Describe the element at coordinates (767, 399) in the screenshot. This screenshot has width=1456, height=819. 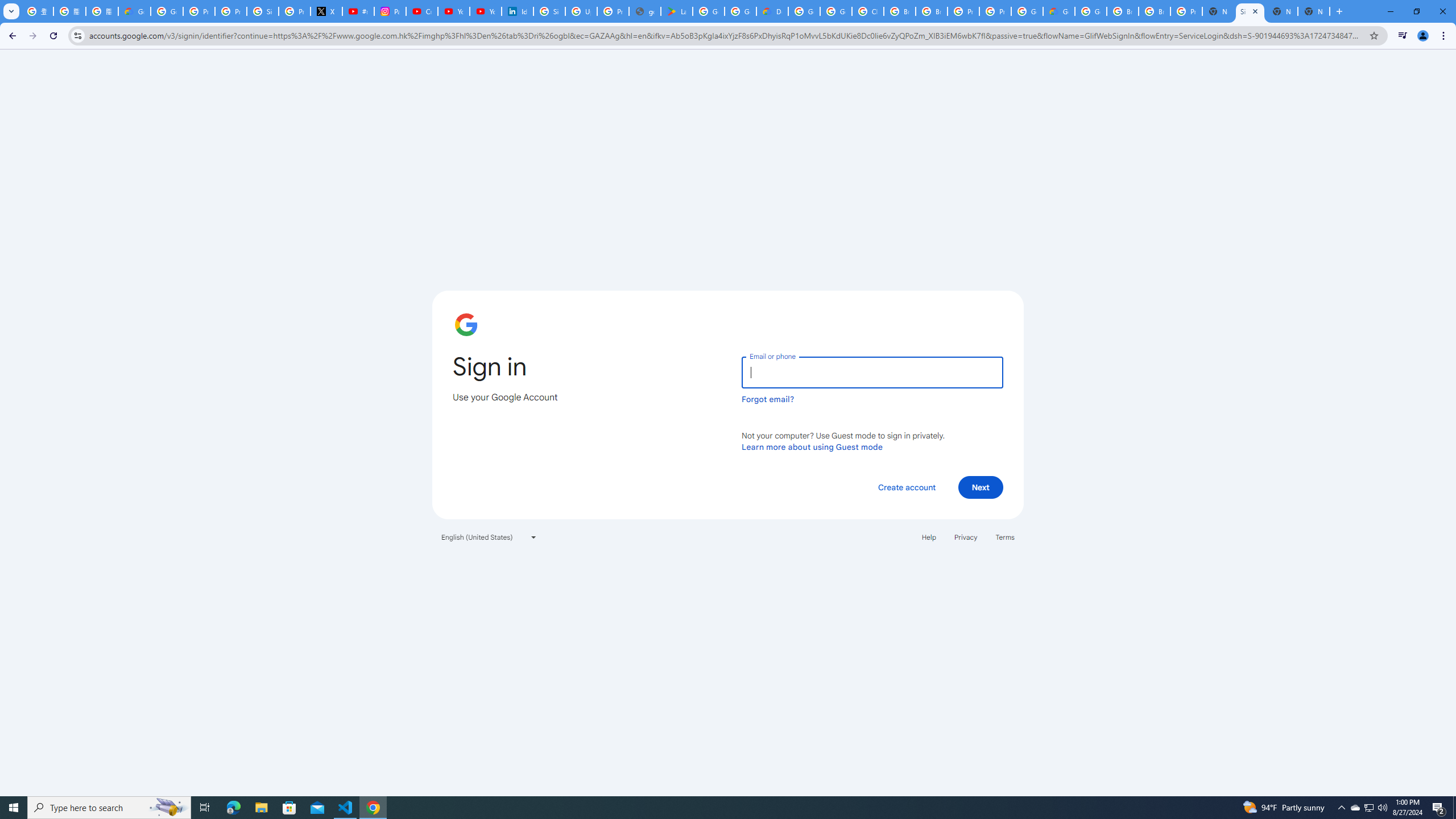
I see `'Forgot email?'` at that location.